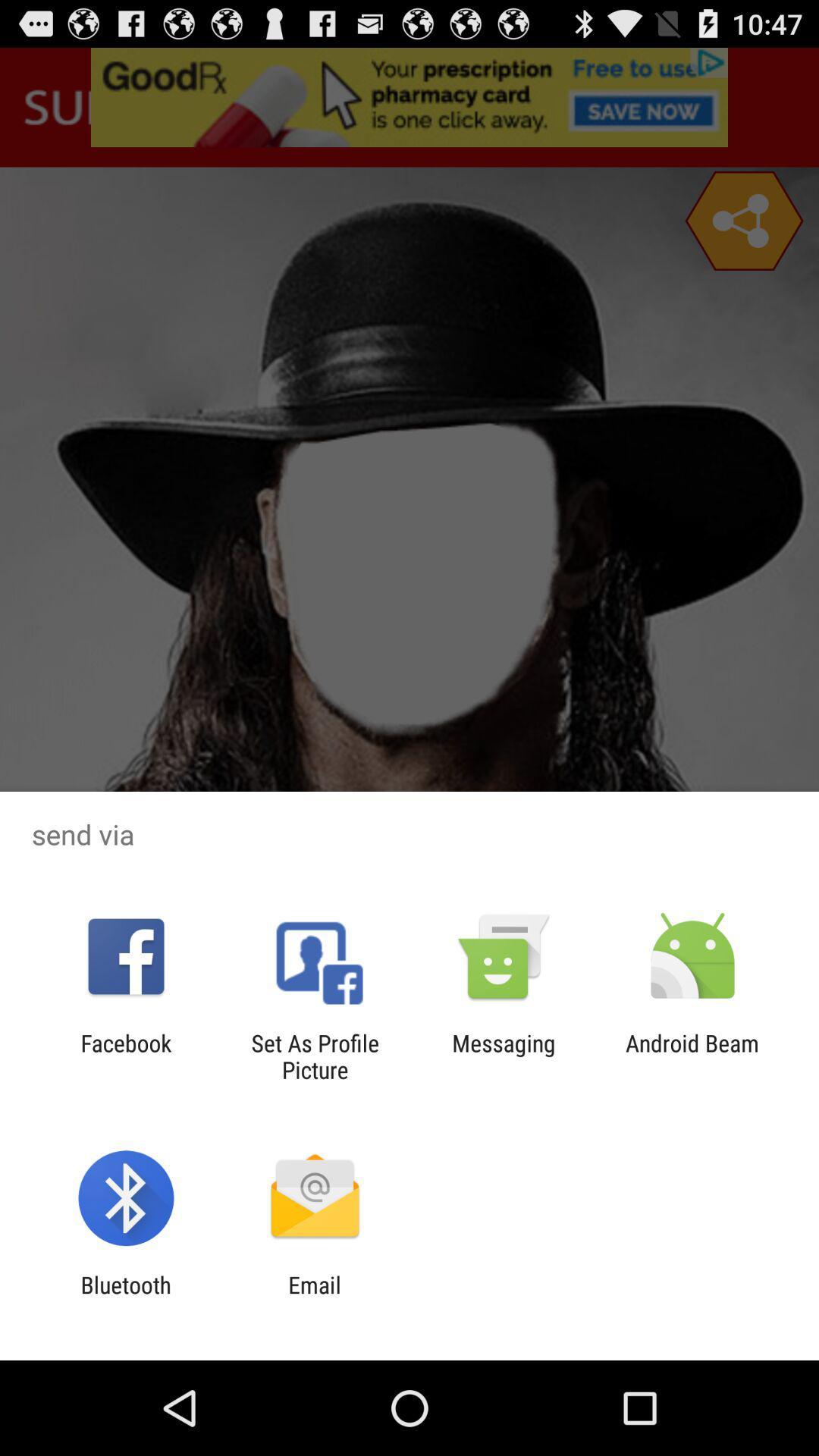 This screenshot has width=819, height=1456. Describe the element at coordinates (125, 1298) in the screenshot. I see `the bluetooth icon` at that location.